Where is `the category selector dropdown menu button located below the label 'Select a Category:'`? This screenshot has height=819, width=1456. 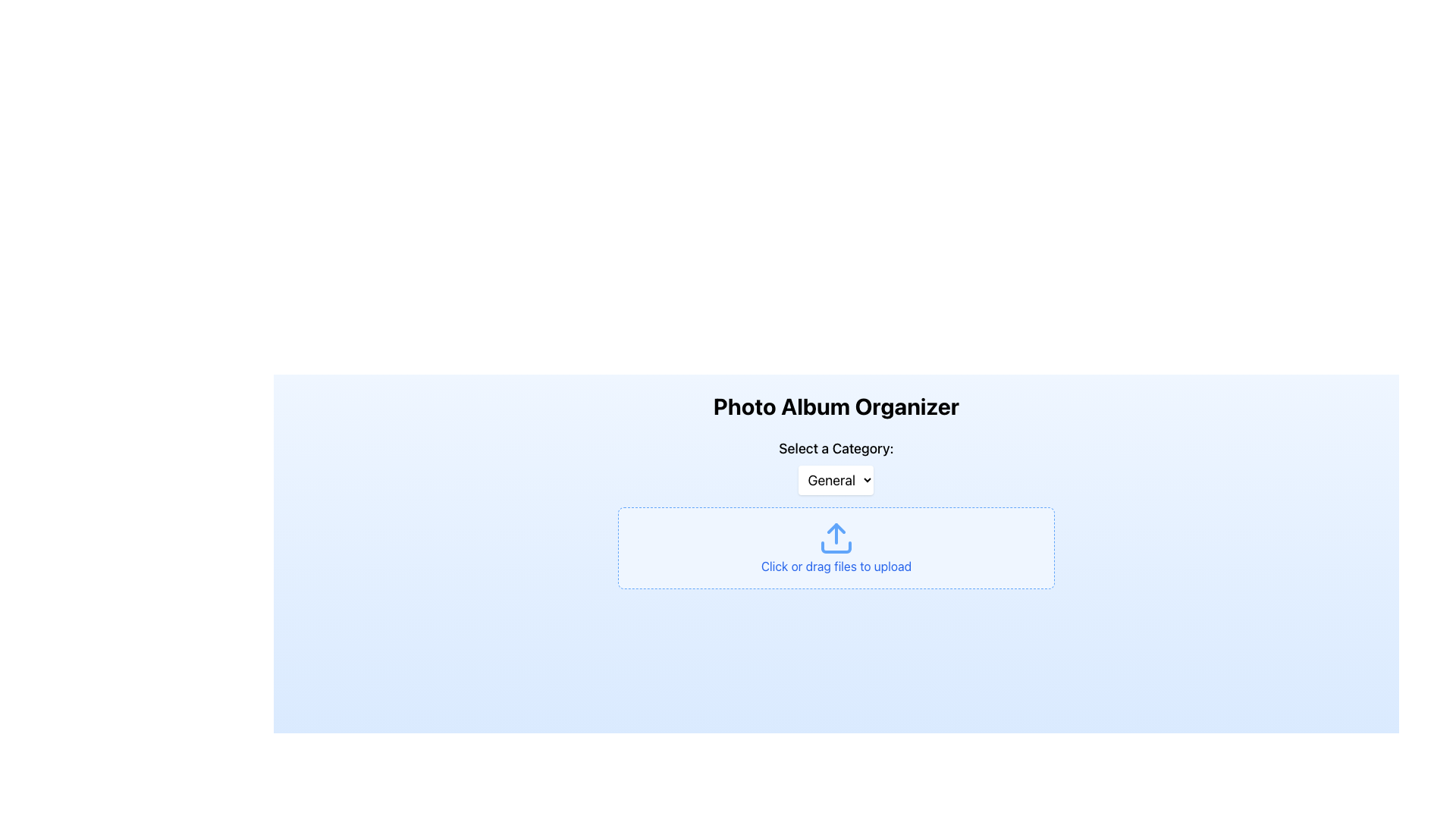
the category selector dropdown menu button located below the label 'Select a Category:' is located at coordinates (836, 480).